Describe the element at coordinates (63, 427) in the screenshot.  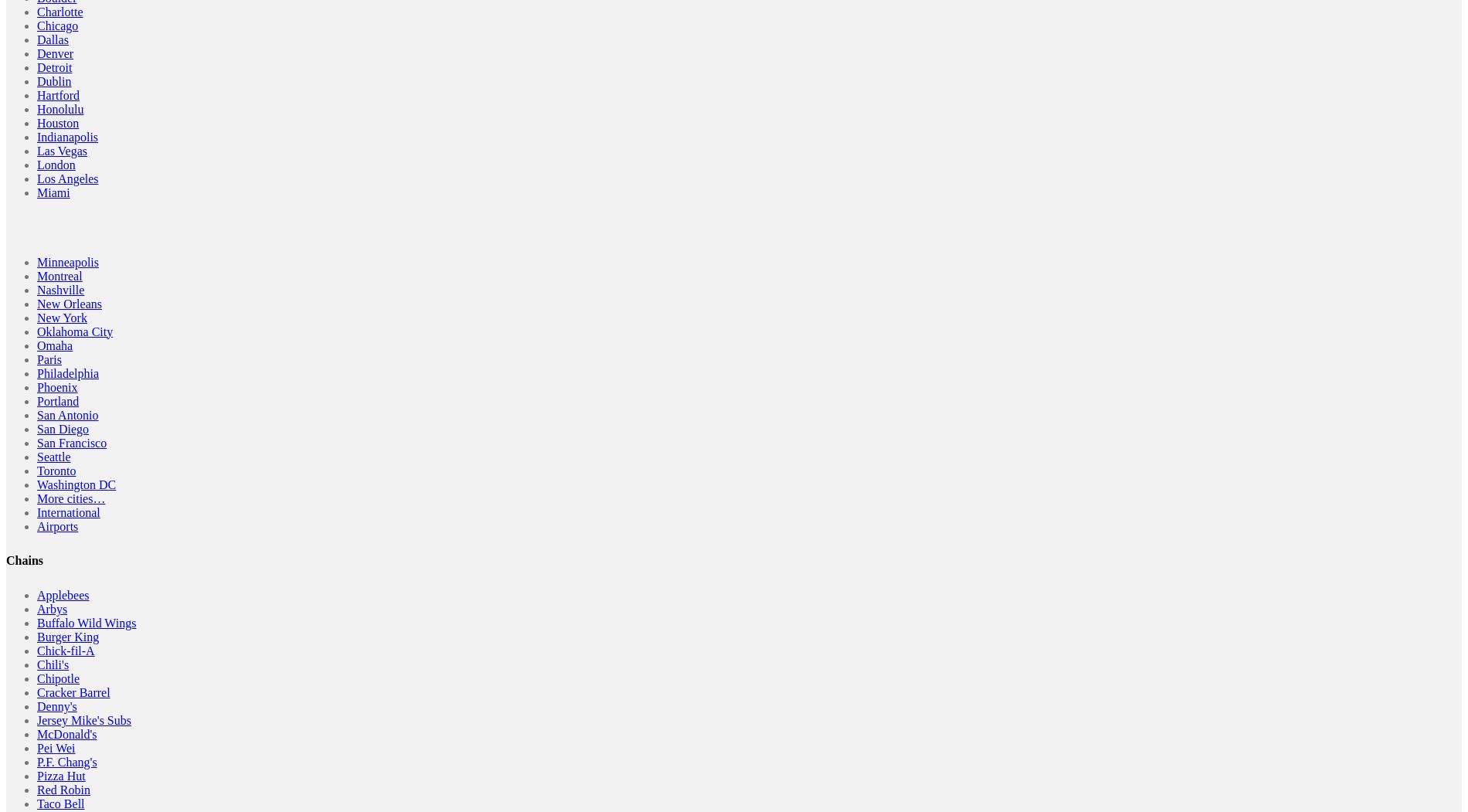
I see `'San Diego'` at that location.